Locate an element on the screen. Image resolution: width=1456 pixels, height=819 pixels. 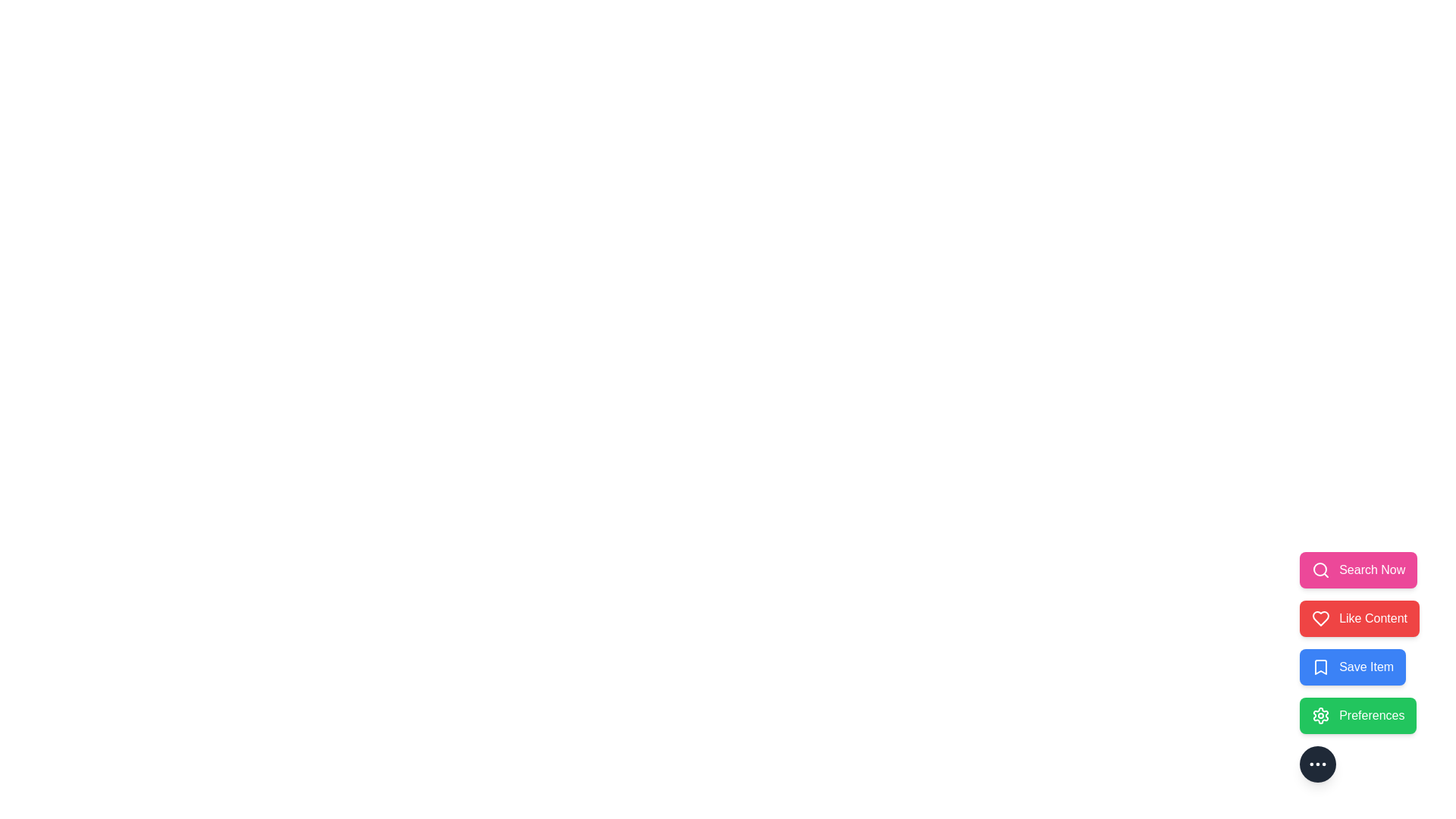
toggle button to expand or collapse the speed dial menu is located at coordinates (1316, 764).